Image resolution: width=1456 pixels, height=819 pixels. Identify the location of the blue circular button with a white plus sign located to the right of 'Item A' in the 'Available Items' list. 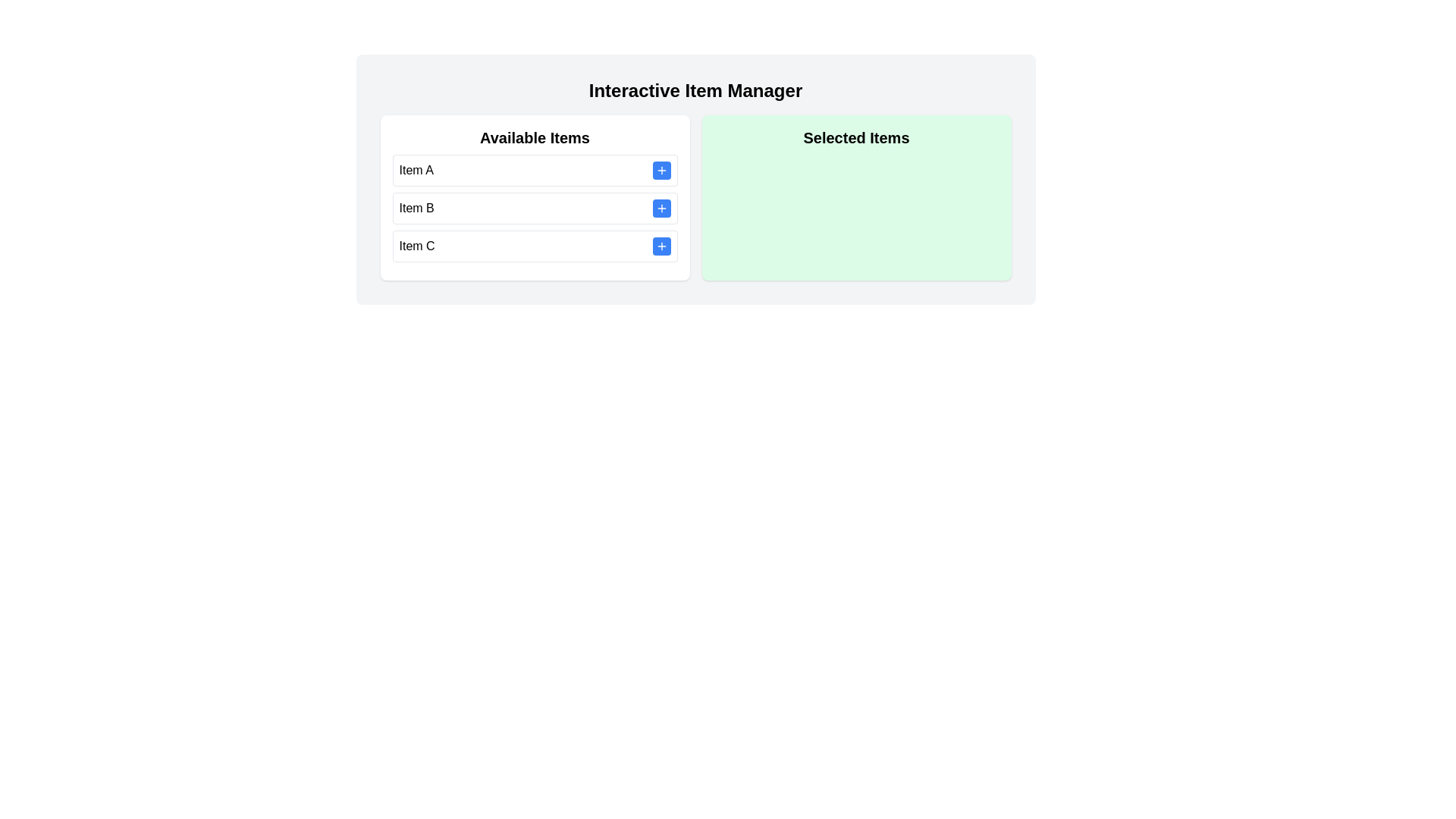
(661, 170).